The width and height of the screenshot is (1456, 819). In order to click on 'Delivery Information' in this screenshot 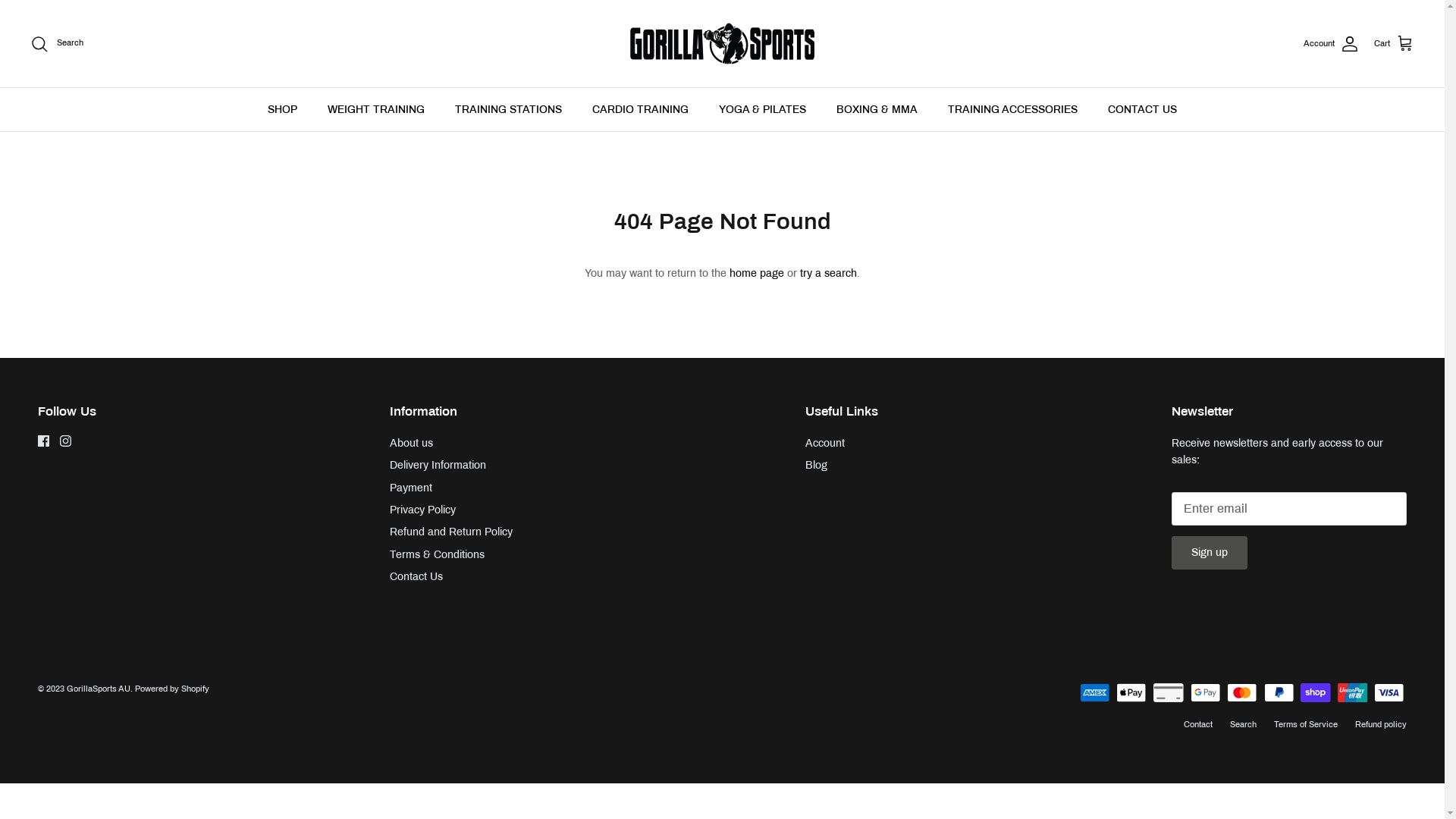, I will do `click(389, 464)`.